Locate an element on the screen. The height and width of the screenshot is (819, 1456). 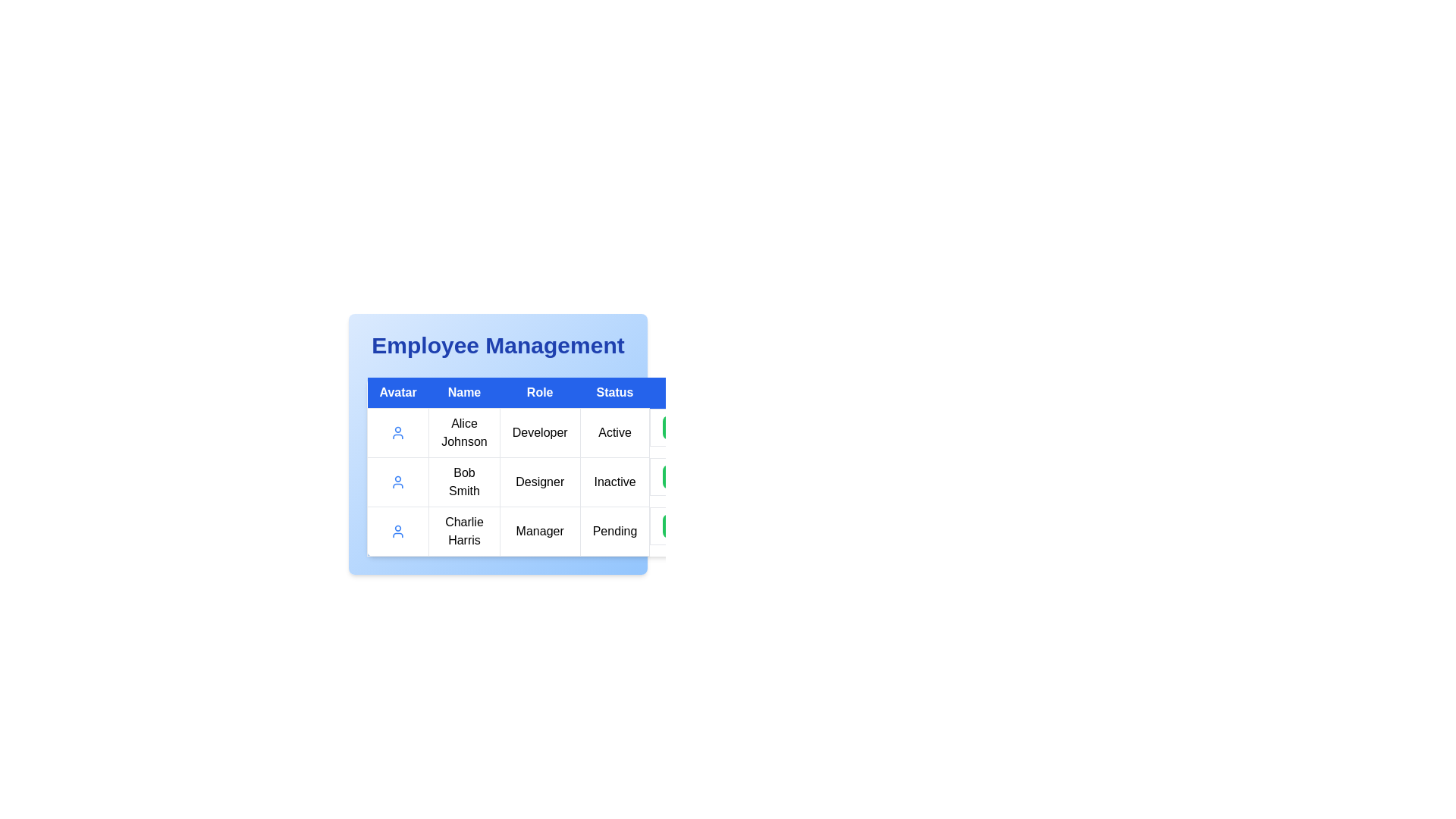
the text label displaying the name 'Alice Johnson' in the Employee Management table, located in the second column of the row is located at coordinates (463, 432).